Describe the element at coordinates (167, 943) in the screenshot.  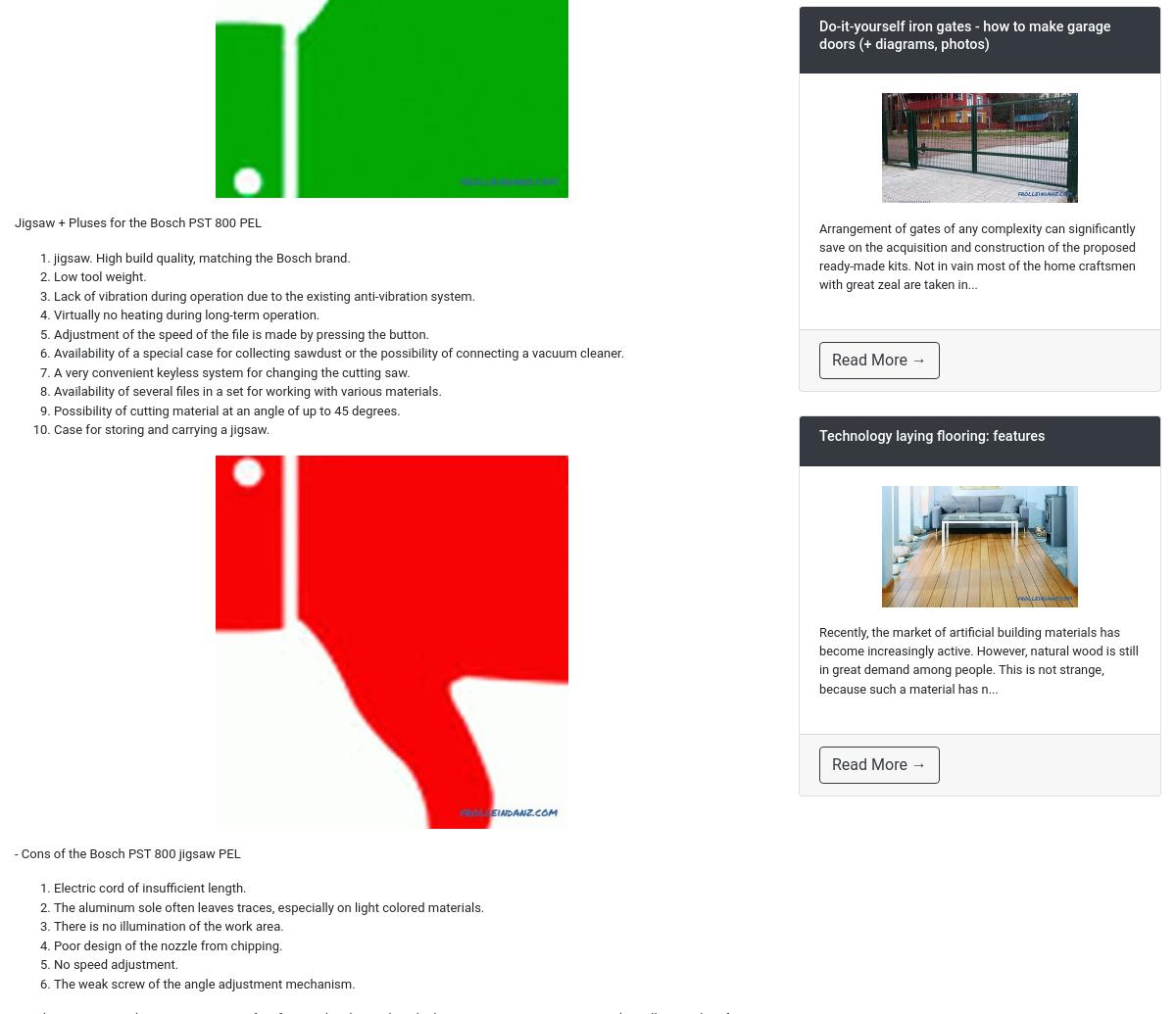
I see `'Poor design of the nozzle from chipping.'` at that location.